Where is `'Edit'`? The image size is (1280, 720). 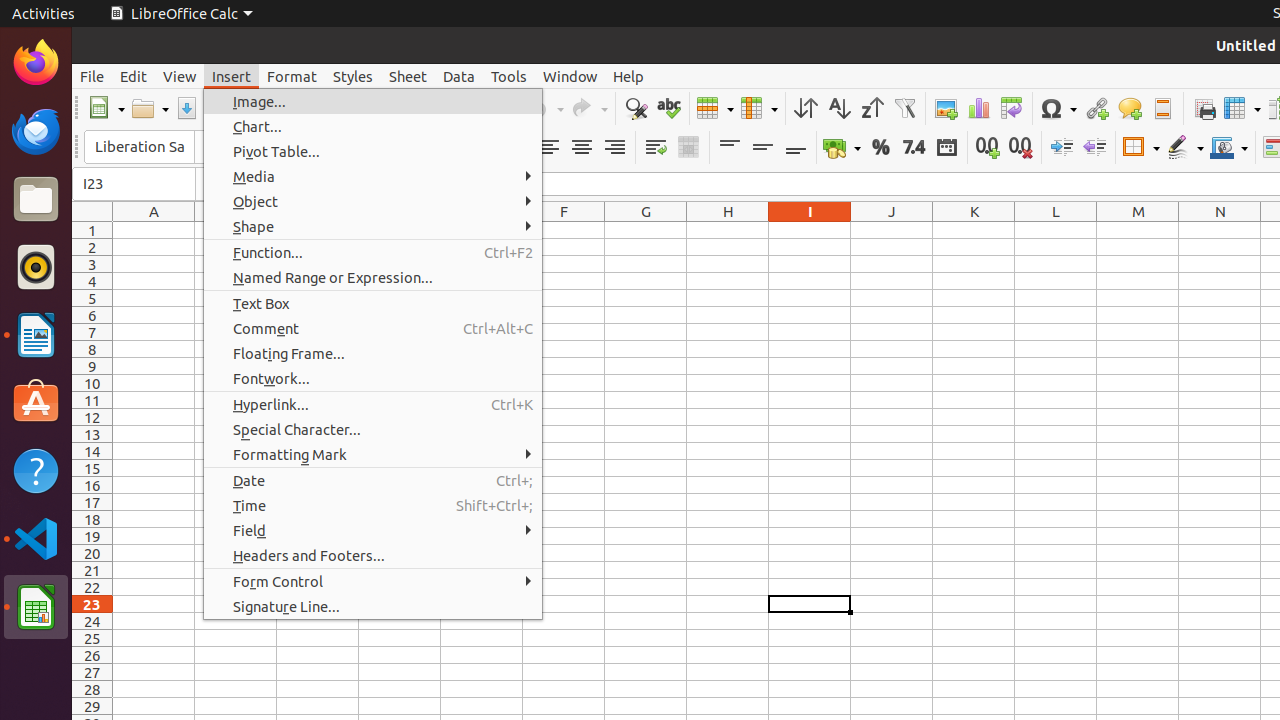
'Edit' is located at coordinates (132, 75).